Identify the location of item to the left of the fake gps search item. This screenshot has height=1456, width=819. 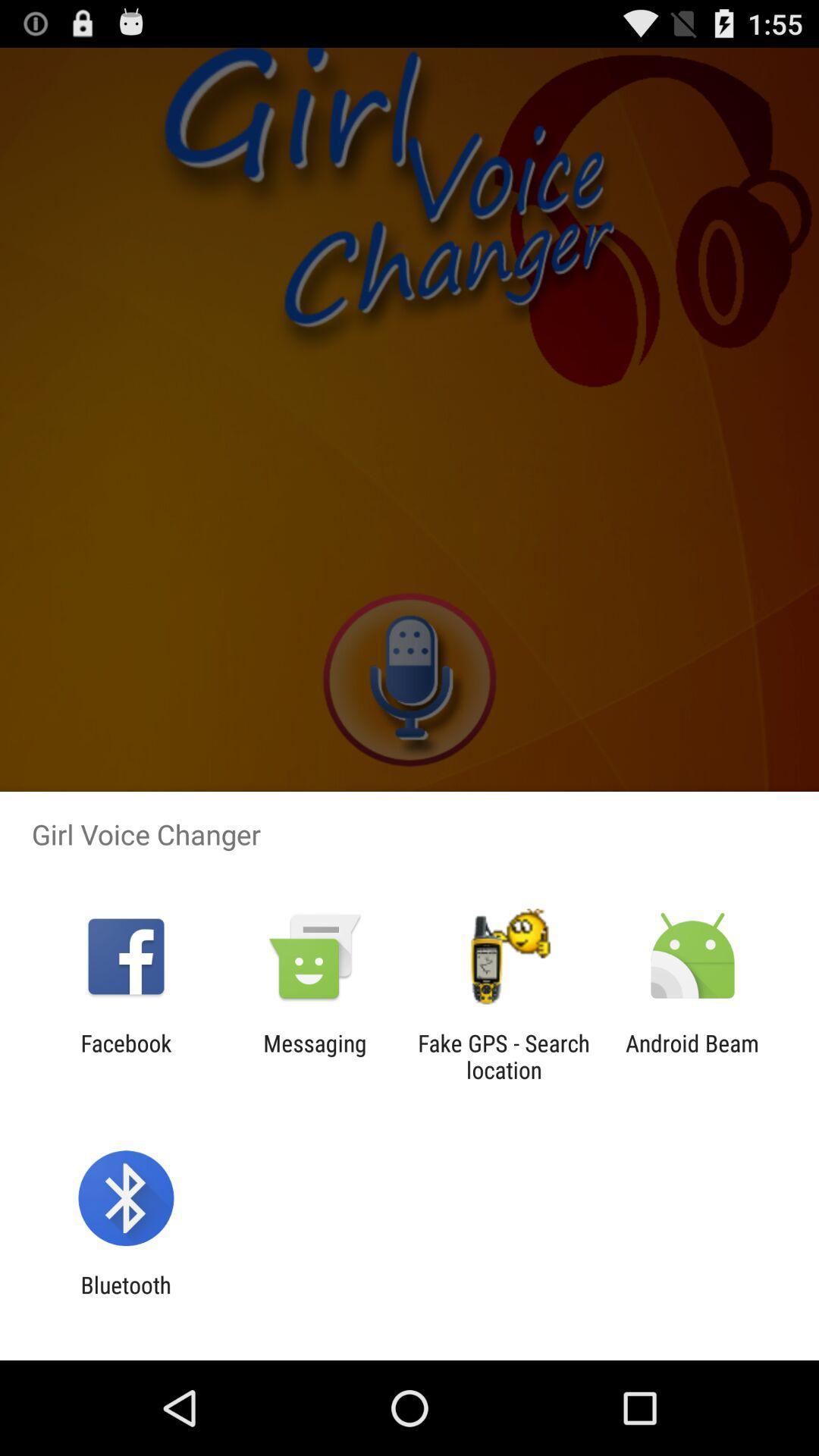
(314, 1056).